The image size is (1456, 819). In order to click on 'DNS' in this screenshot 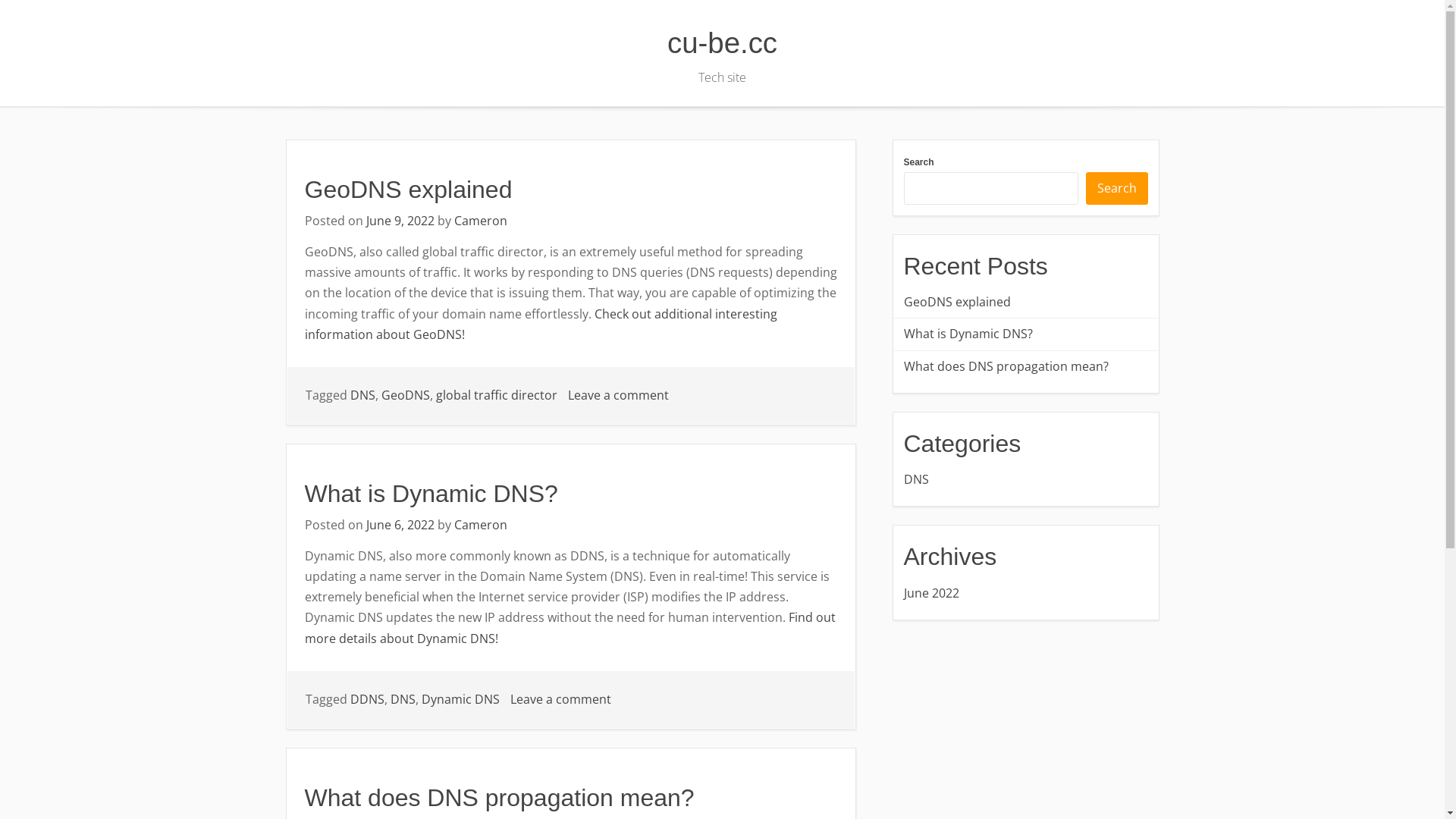, I will do `click(362, 394)`.